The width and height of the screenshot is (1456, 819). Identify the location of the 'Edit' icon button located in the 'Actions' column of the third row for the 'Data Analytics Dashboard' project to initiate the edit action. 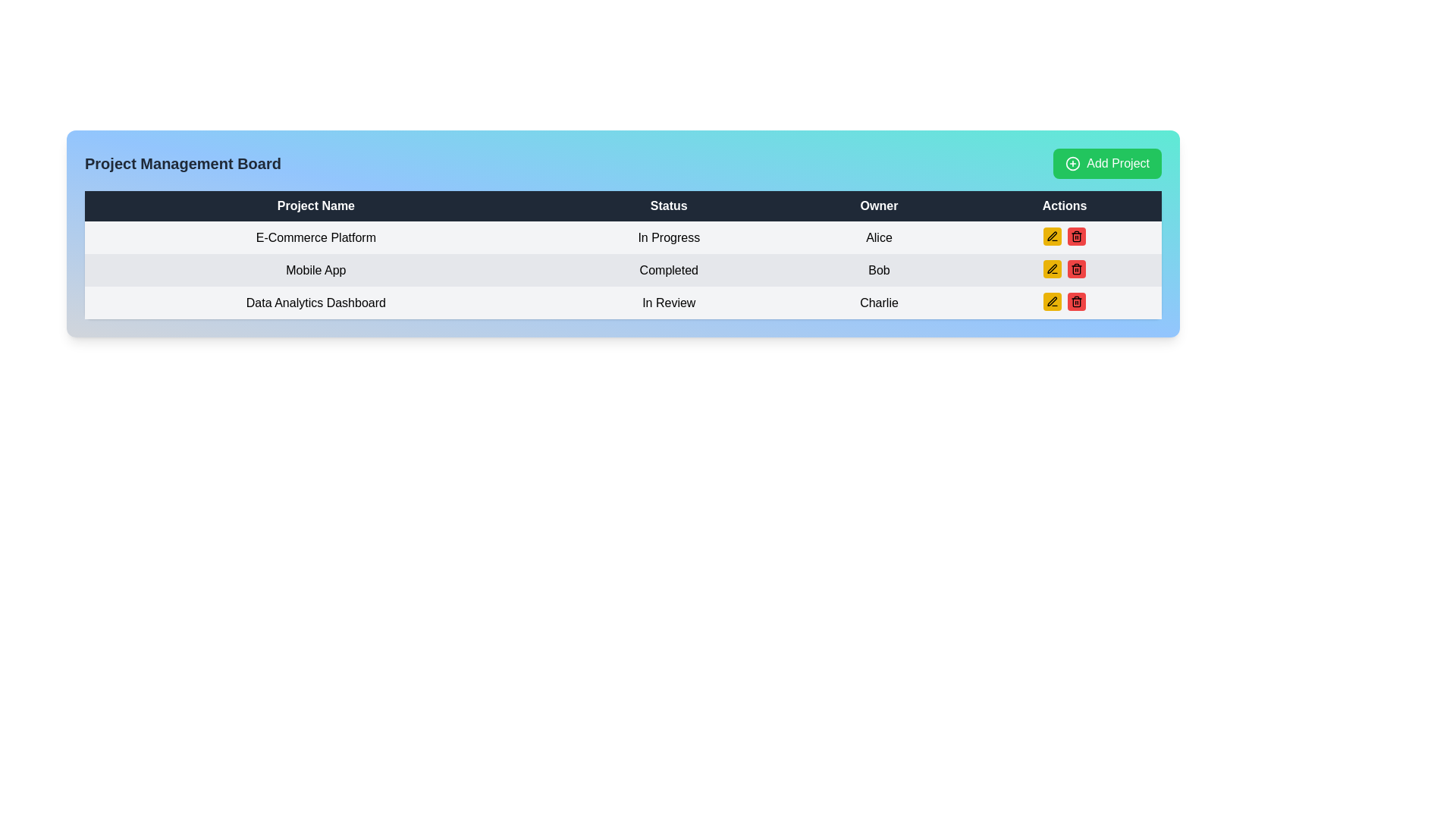
(1051, 236).